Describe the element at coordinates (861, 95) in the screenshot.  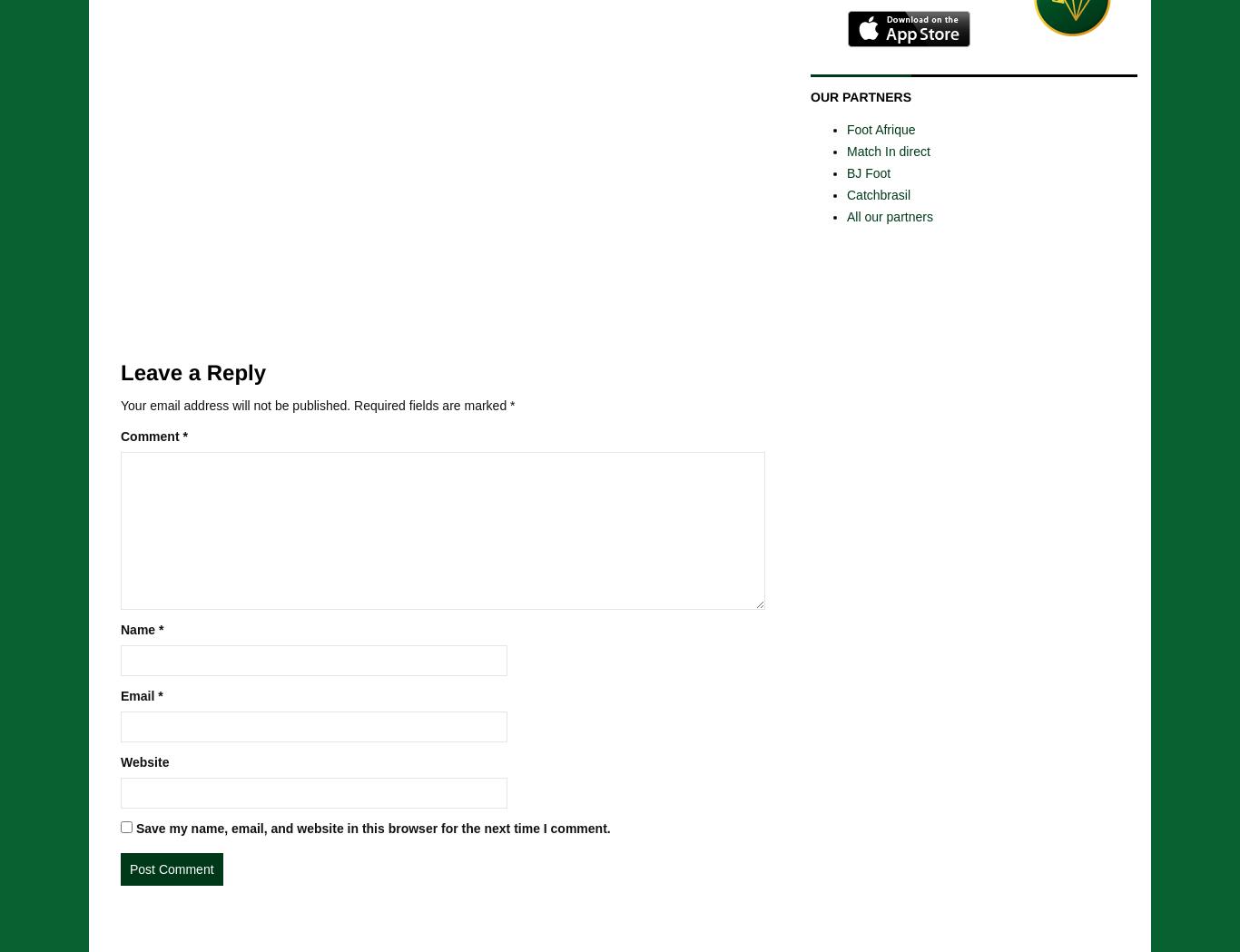
I see `'Our partners'` at that location.